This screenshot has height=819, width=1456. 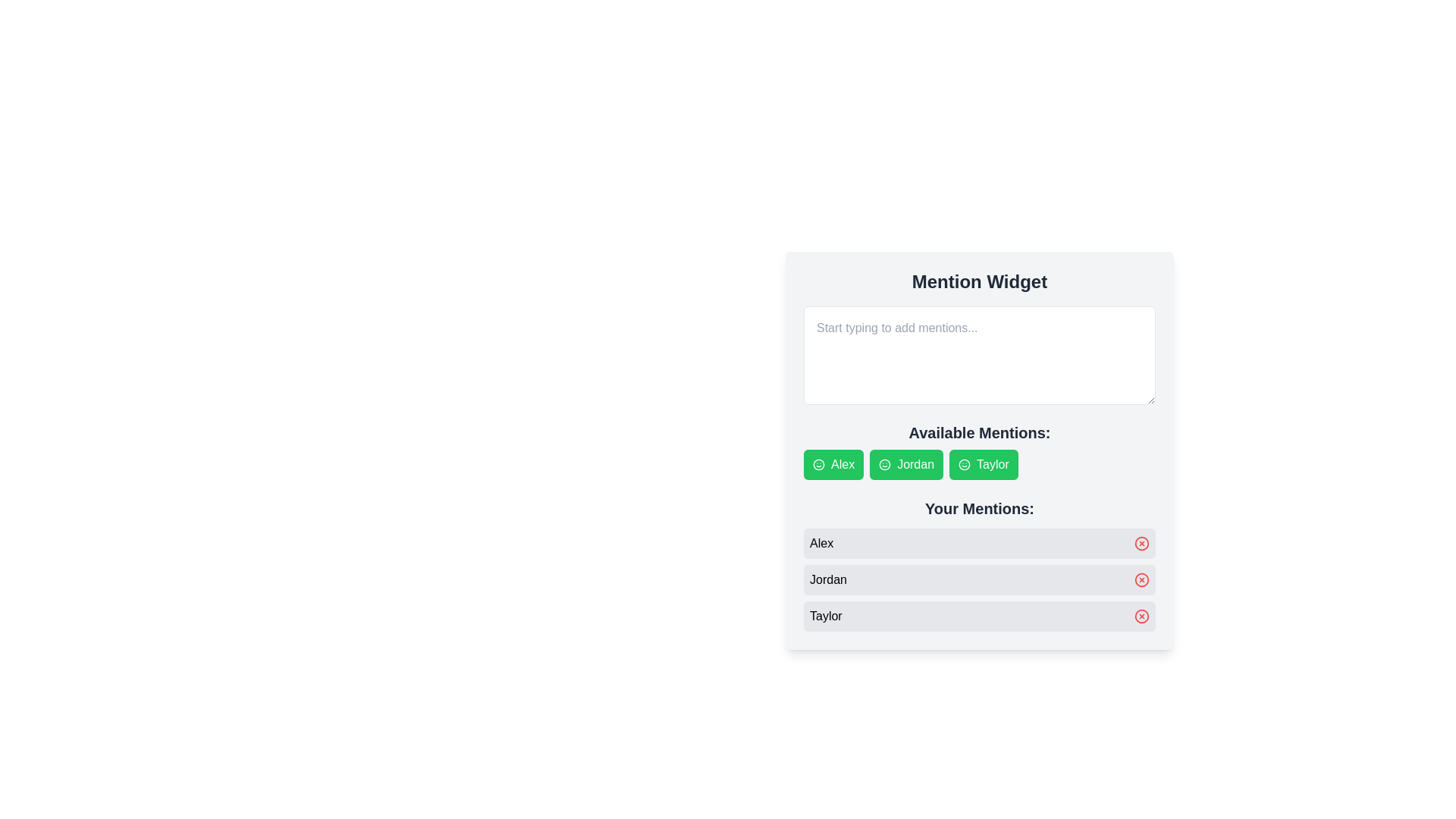 I want to click on text of the first mention label in the 'Your Mentions' section, which displays a user mention name above 'Jordan' and 'Taylor', so click(x=821, y=543).